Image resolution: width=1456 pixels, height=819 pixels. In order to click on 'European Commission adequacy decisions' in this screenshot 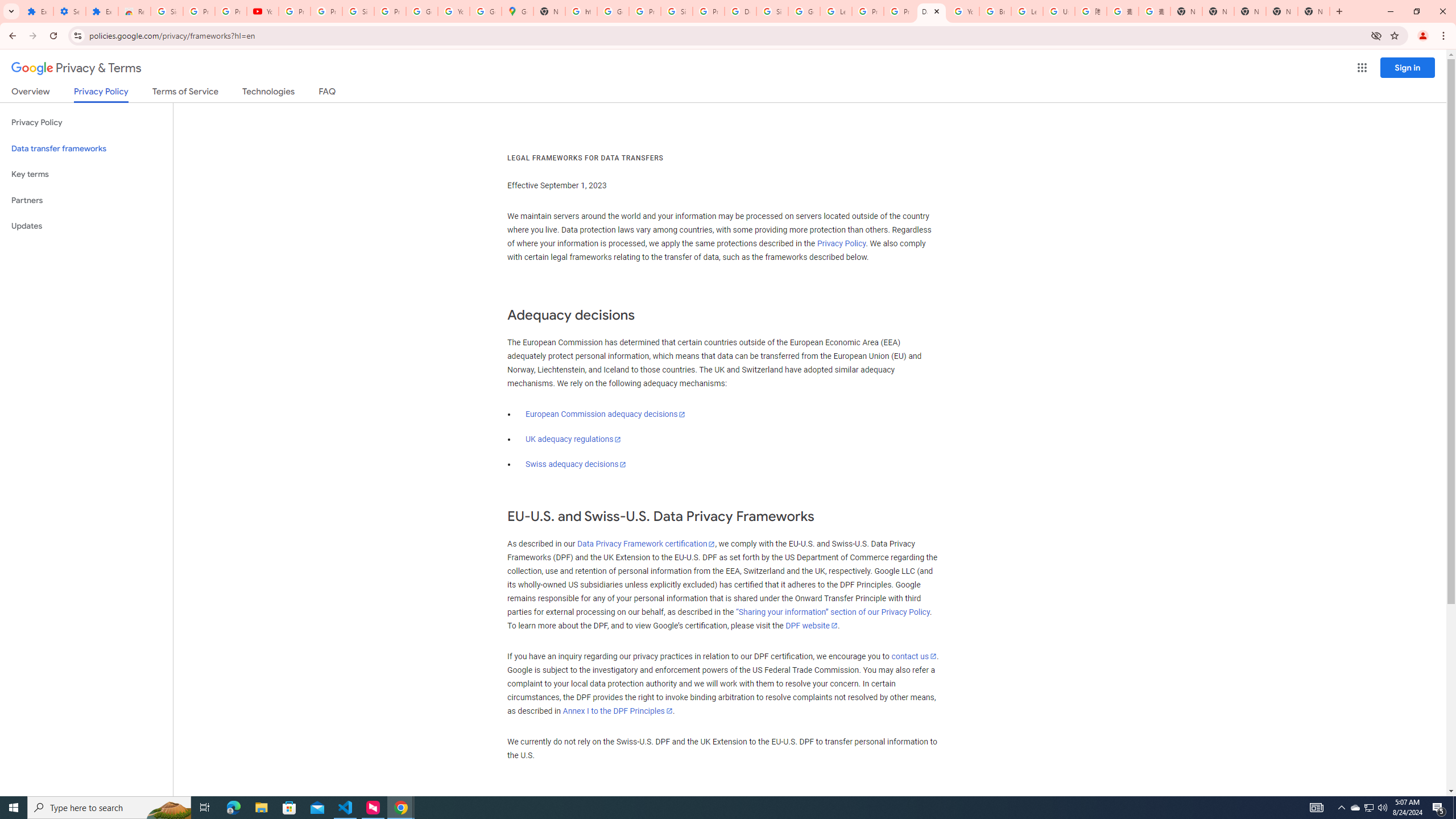, I will do `click(605, 413)`.